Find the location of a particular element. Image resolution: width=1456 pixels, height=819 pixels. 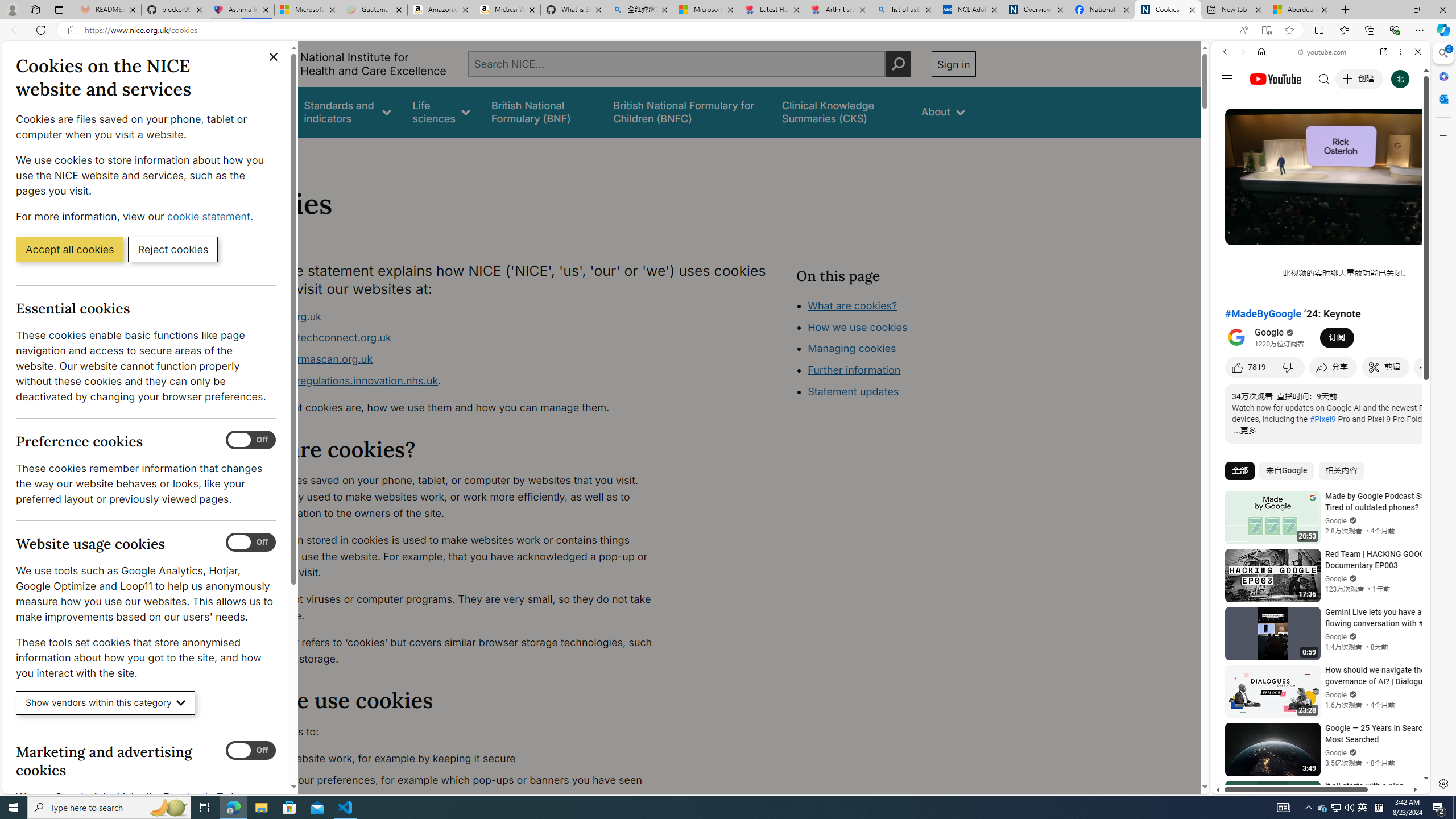

'Search Filter, VIDEOS' is located at coordinates (1300, 129).